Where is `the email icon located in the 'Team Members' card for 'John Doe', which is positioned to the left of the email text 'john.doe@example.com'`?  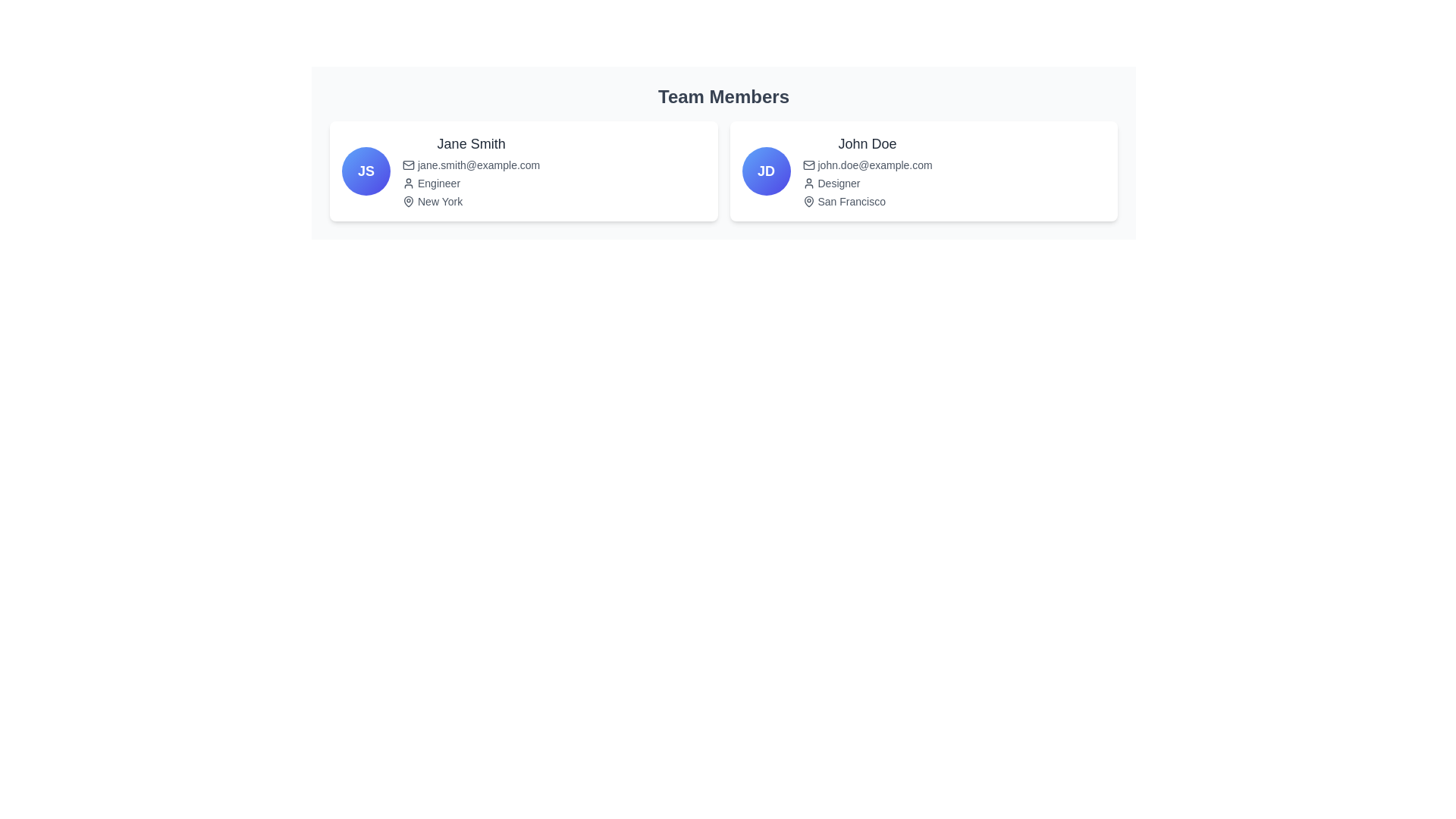
the email icon located in the 'Team Members' card for 'John Doe', which is positioned to the left of the email text 'john.doe@example.com' is located at coordinates (808, 165).